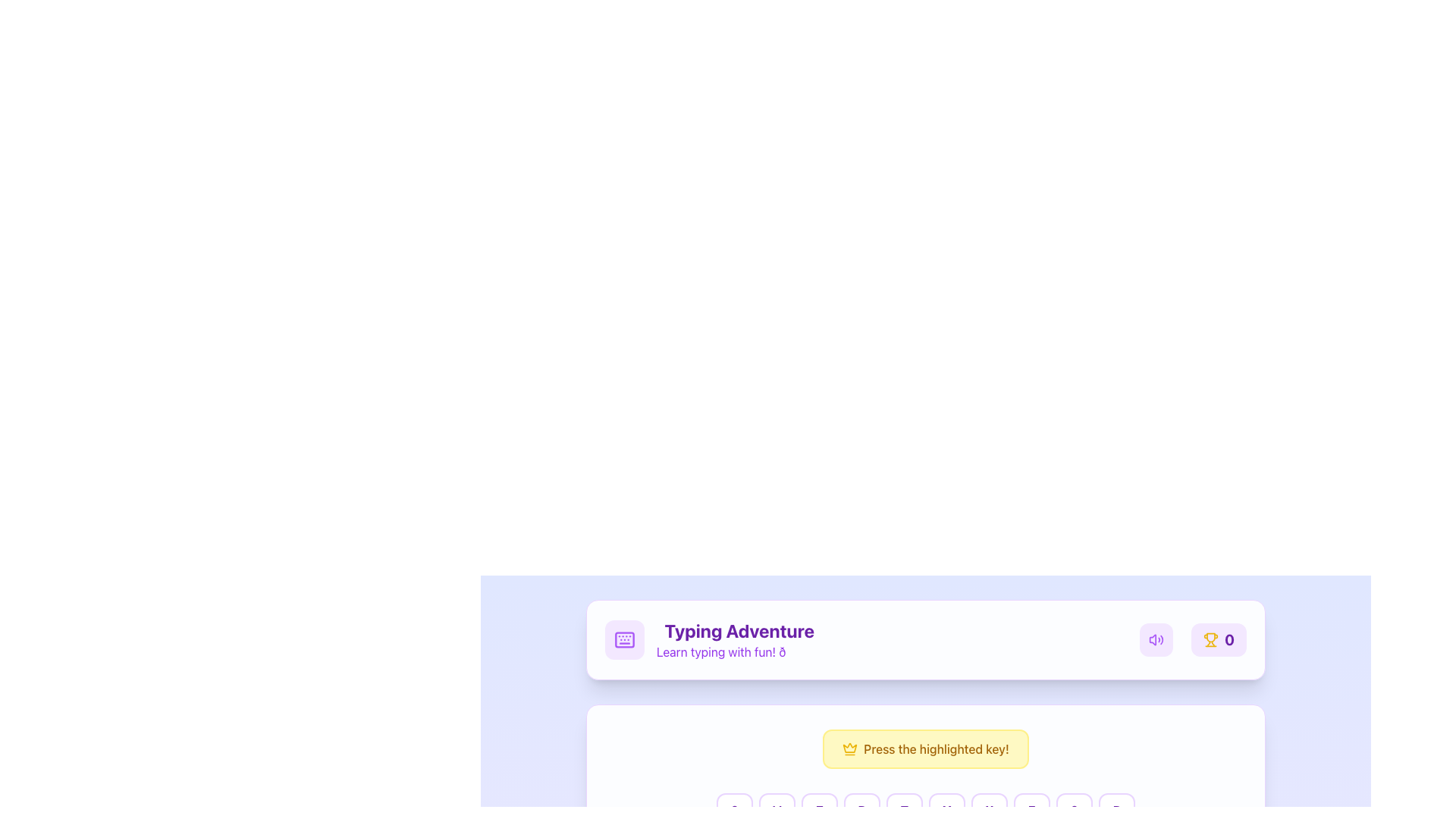 This screenshot has height=819, width=1456. I want to click on the audio settings toggle button located in the top interface bar, which is the leftmost interactive icon among two, so click(1155, 640).